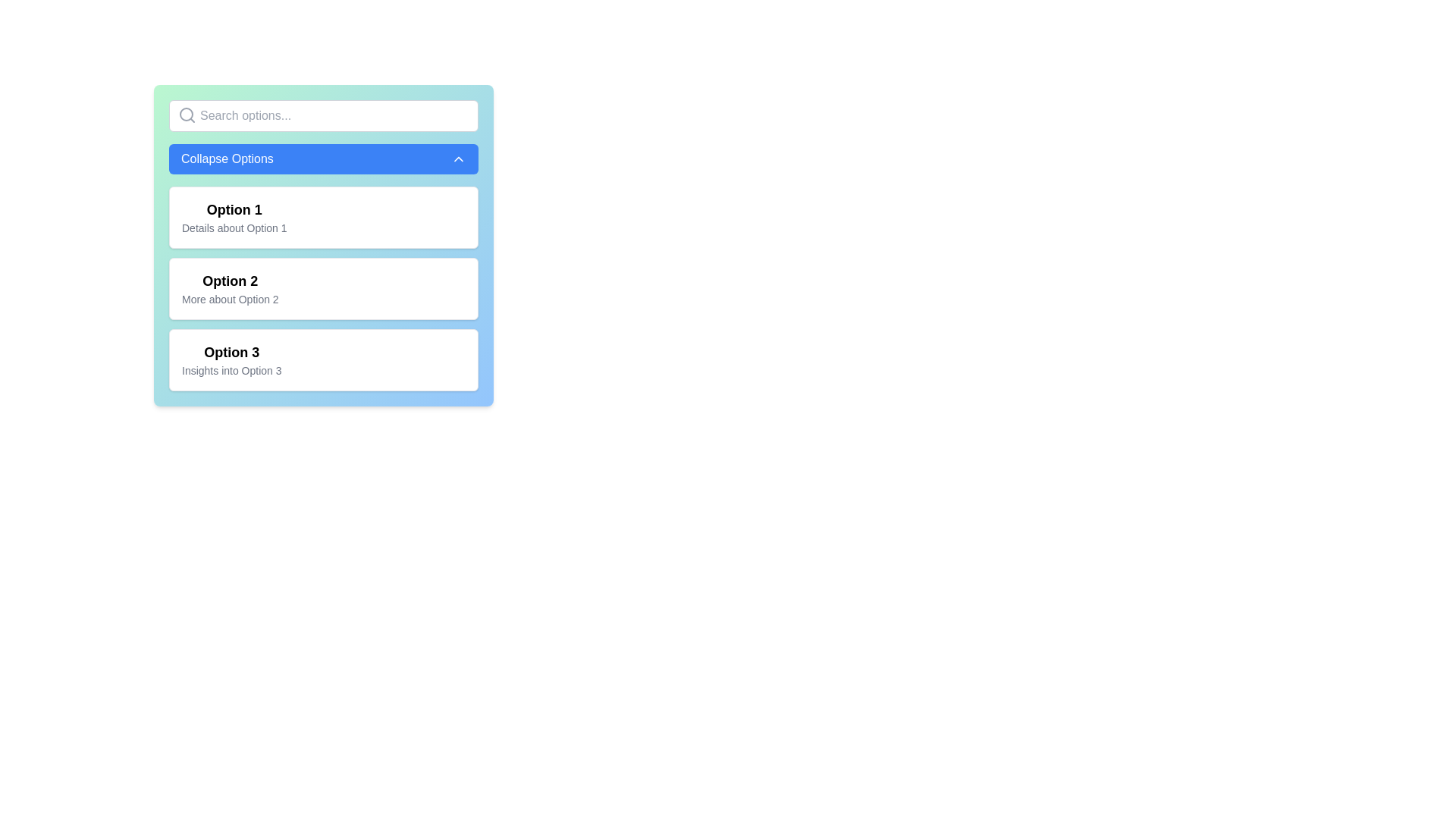 The height and width of the screenshot is (819, 1456). Describe the element at coordinates (186, 114) in the screenshot. I see `the search icon styled as a magnifying glass, located within the input field on the left side, before the text placeholder` at that location.